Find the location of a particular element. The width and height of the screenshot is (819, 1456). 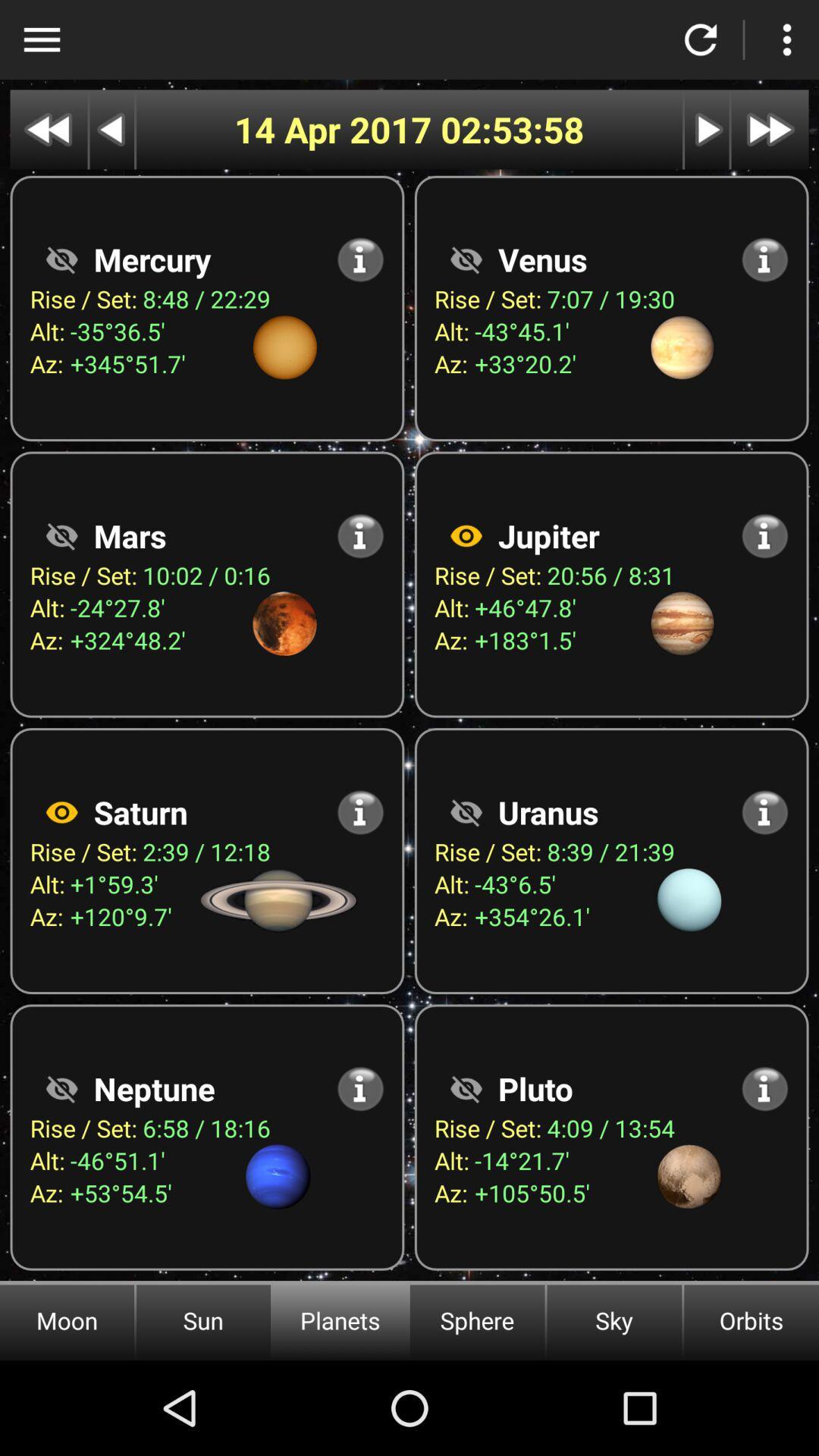

more information is located at coordinates (764, 535).